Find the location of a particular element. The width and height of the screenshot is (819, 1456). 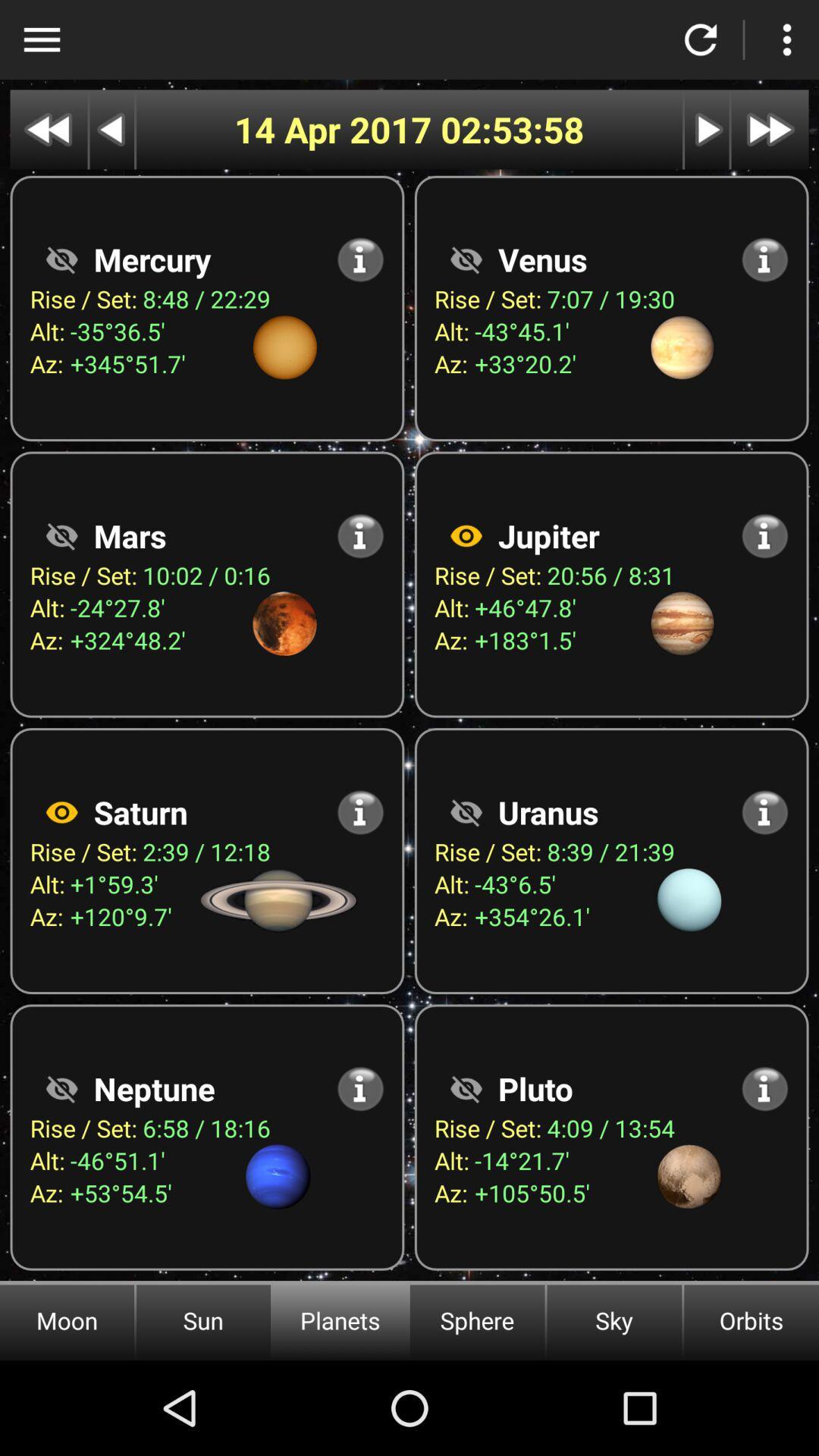

more information is located at coordinates (764, 535).